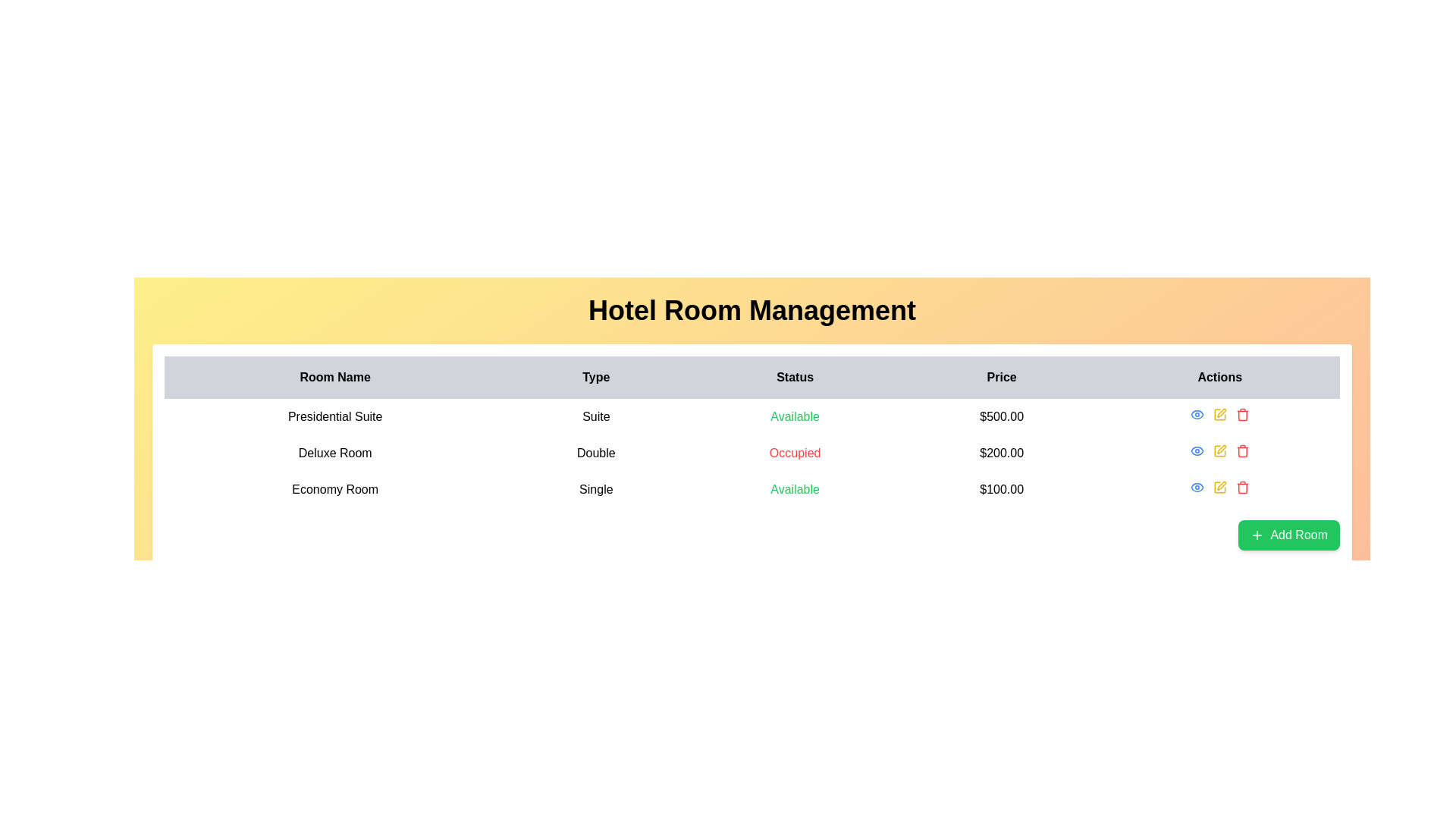  I want to click on the first clickable icon in the 'Actions' column of the table associated with the 'Presidential Suite', so click(1196, 450).